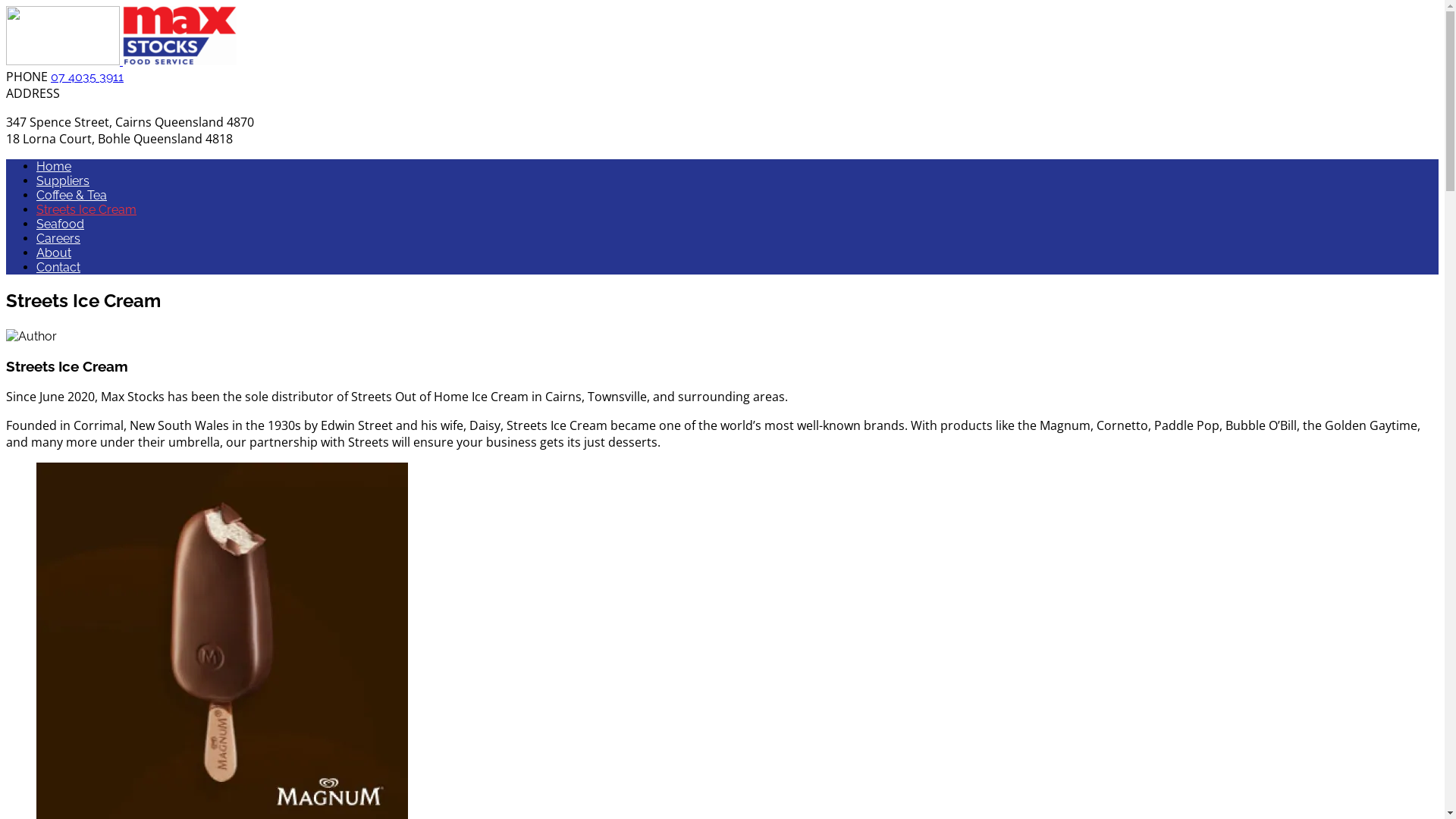 The height and width of the screenshot is (819, 1456). I want to click on 'Home', so click(54, 166).